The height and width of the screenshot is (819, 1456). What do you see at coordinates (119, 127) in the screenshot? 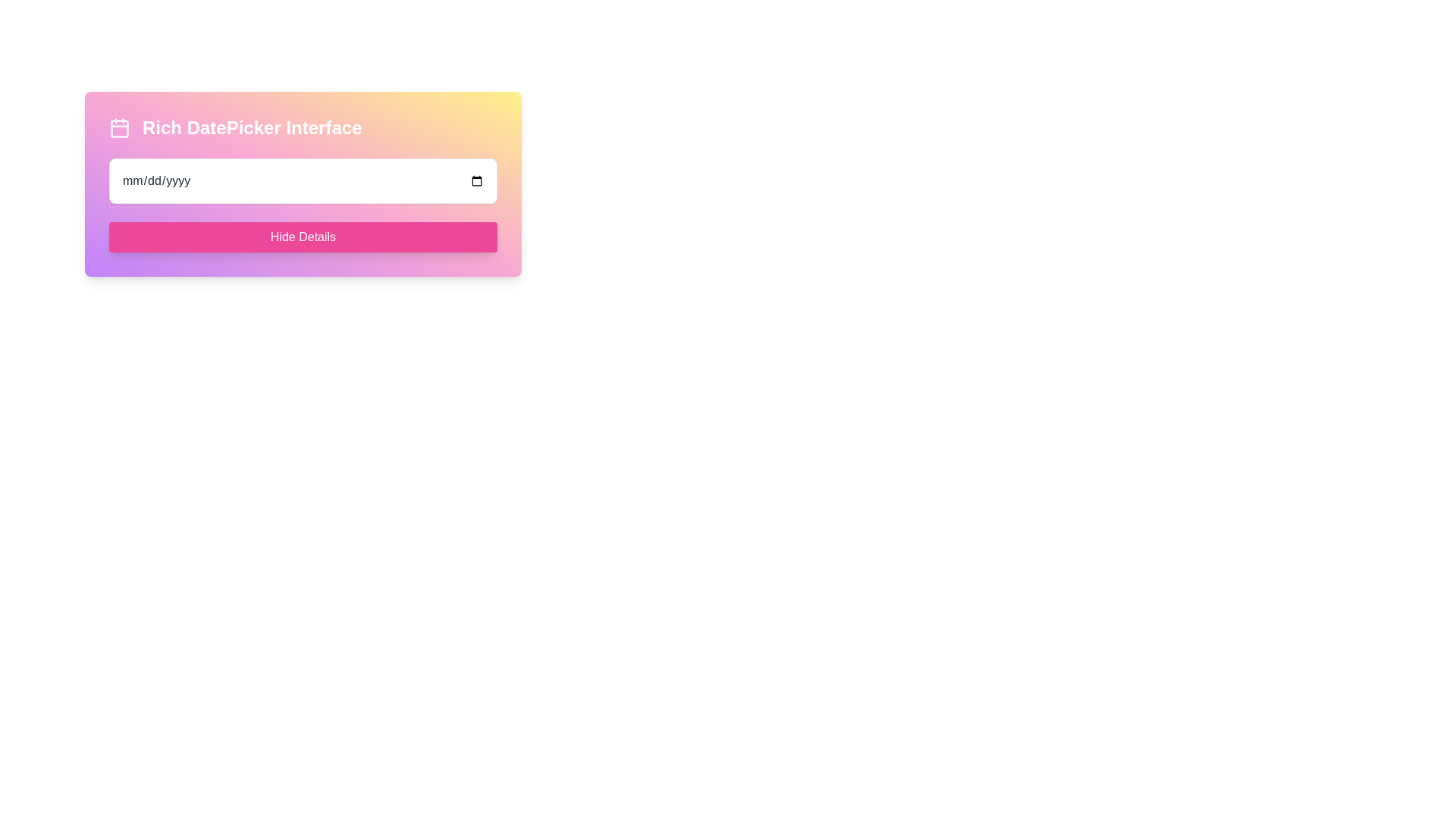
I see `the central rounded rectangular shape of the calendar icon, which is positioned to the left of the text 'Rich DatePicker Interface'` at bounding box center [119, 127].